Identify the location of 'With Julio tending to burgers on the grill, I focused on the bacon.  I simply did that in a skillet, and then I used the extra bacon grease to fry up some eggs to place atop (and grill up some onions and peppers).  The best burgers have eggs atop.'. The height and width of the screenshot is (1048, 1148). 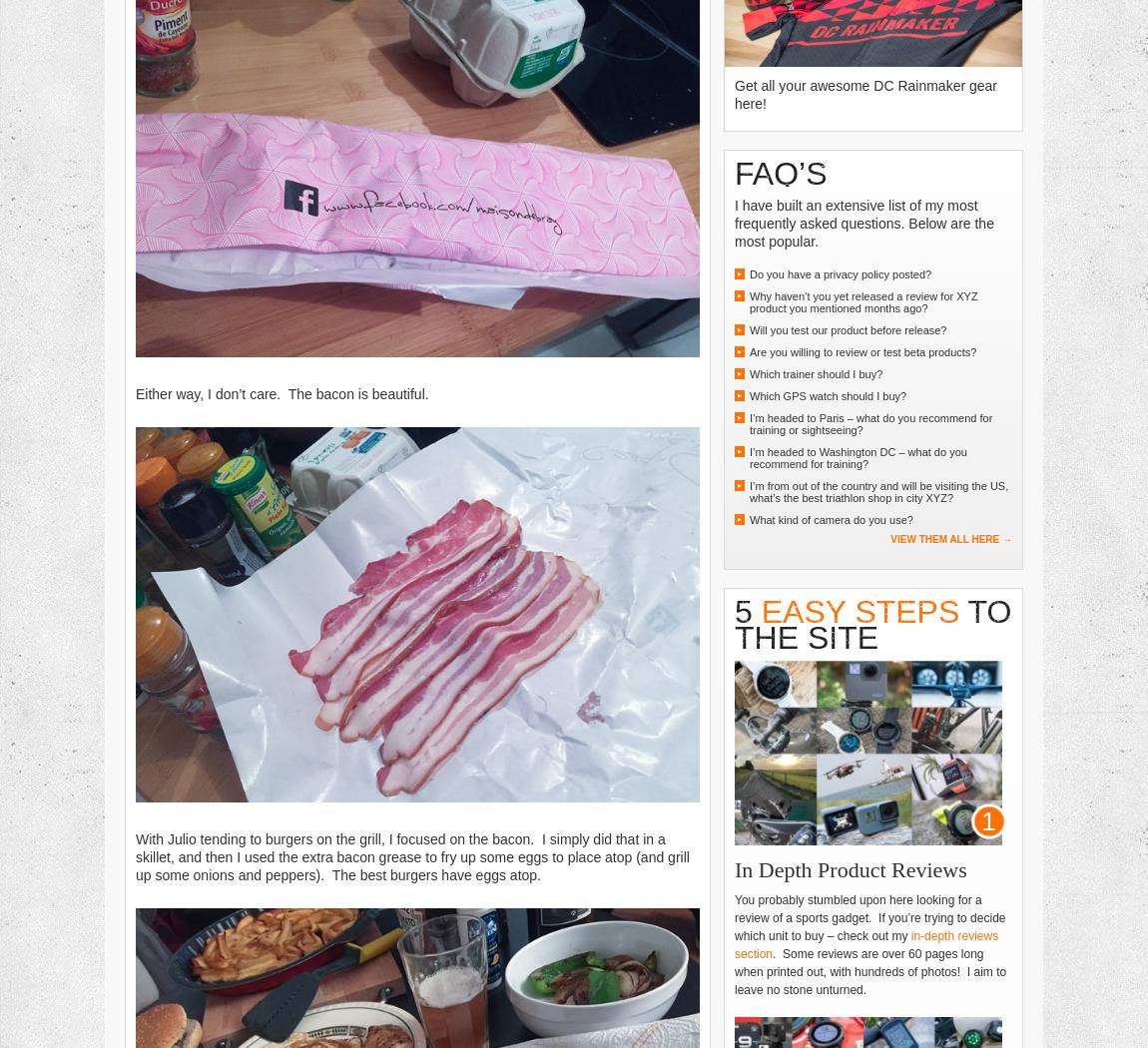
(411, 857).